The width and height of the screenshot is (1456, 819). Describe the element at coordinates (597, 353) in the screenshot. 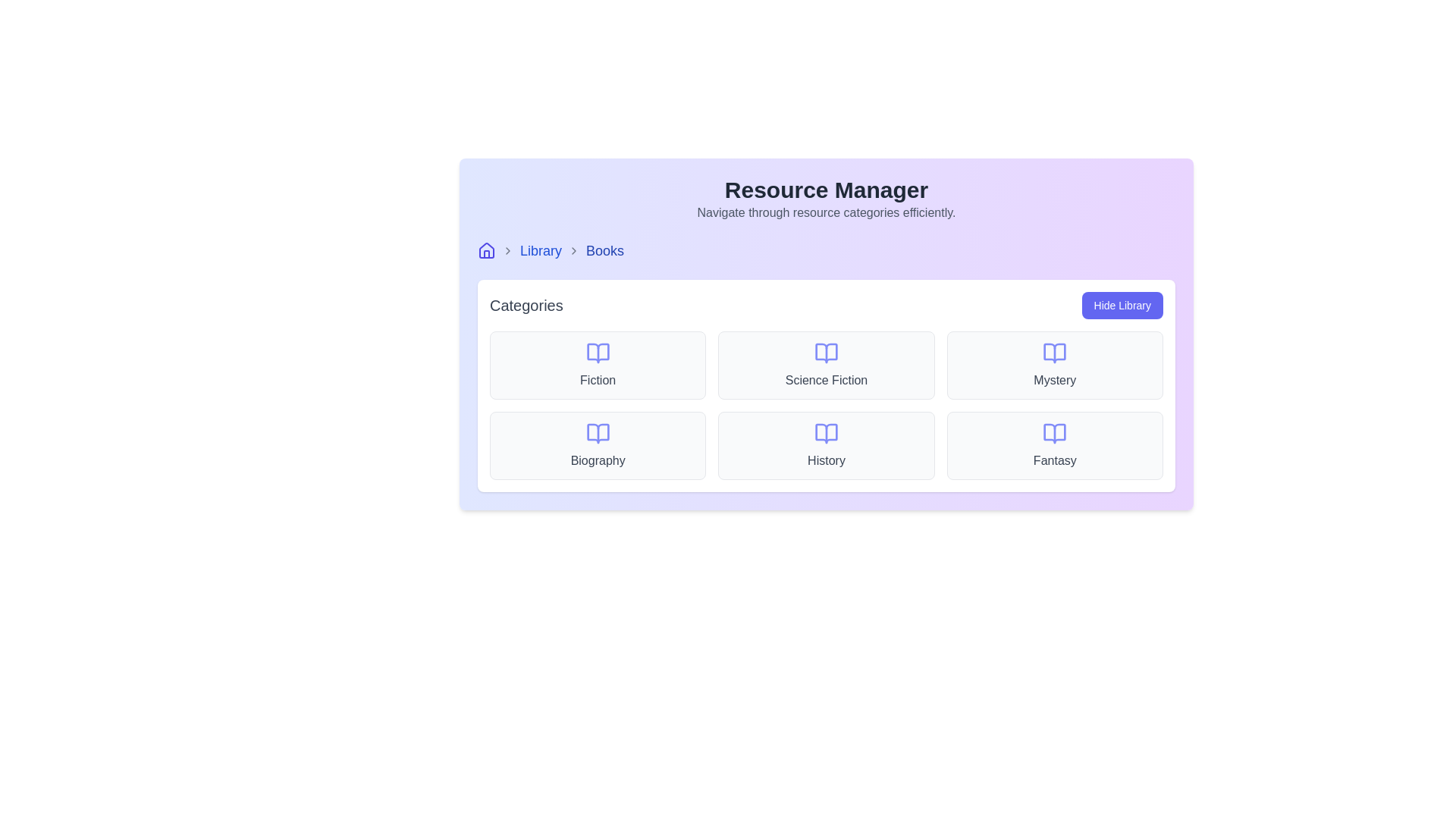

I see `the open book icon located above the 'Fiction' label in the top-left category tile of the grid` at that location.